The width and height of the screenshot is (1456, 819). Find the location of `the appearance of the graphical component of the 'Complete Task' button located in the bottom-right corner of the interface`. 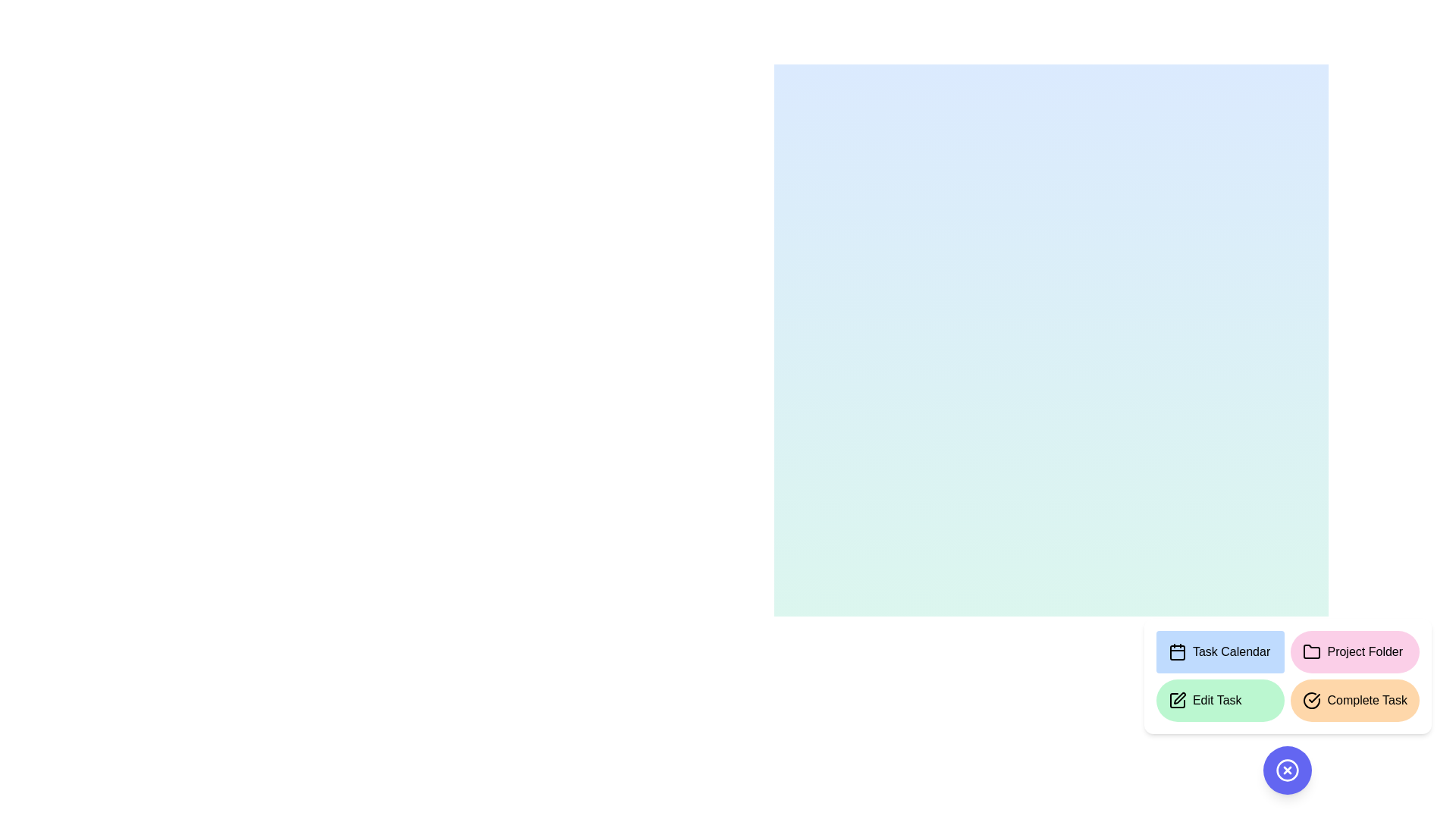

the appearance of the graphical component of the 'Complete Task' button located in the bottom-right corner of the interface is located at coordinates (1311, 701).